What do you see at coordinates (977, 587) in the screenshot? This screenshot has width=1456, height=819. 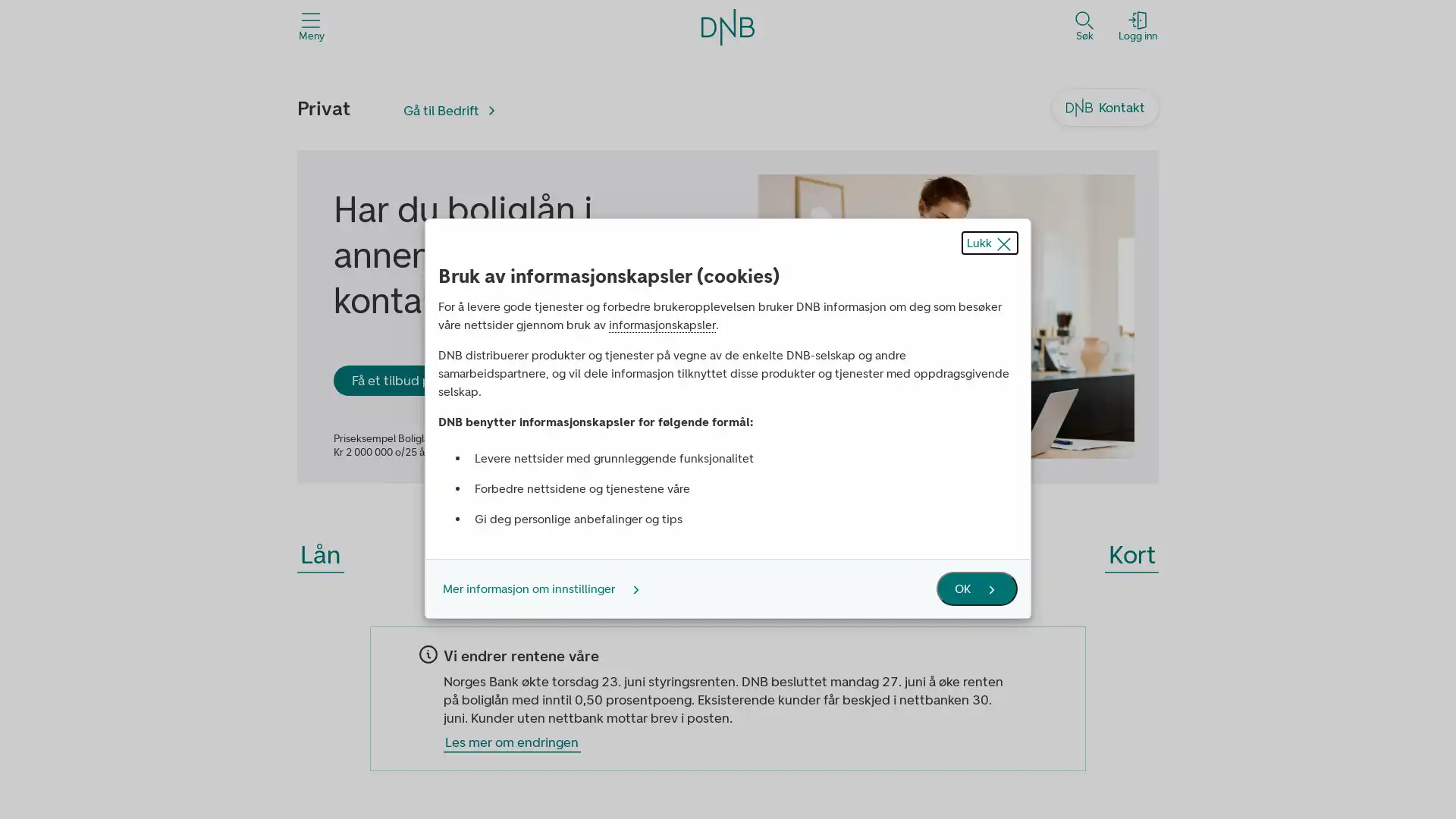 I see `OK` at bounding box center [977, 587].